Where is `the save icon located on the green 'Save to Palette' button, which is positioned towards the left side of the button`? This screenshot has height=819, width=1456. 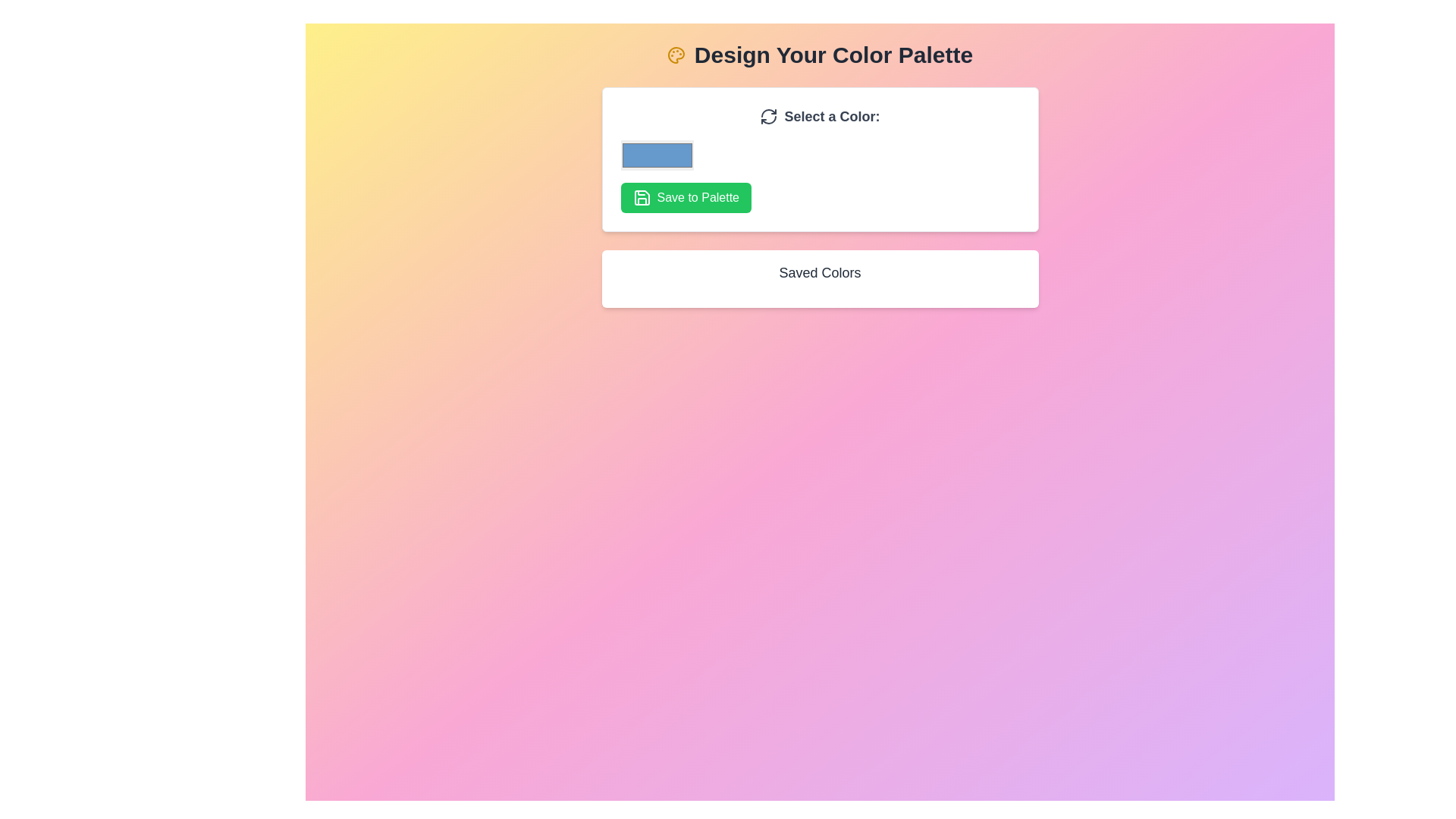
the save icon located on the green 'Save to Palette' button, which is positioned towards the left side of the button is located at coordinates (642, 197).